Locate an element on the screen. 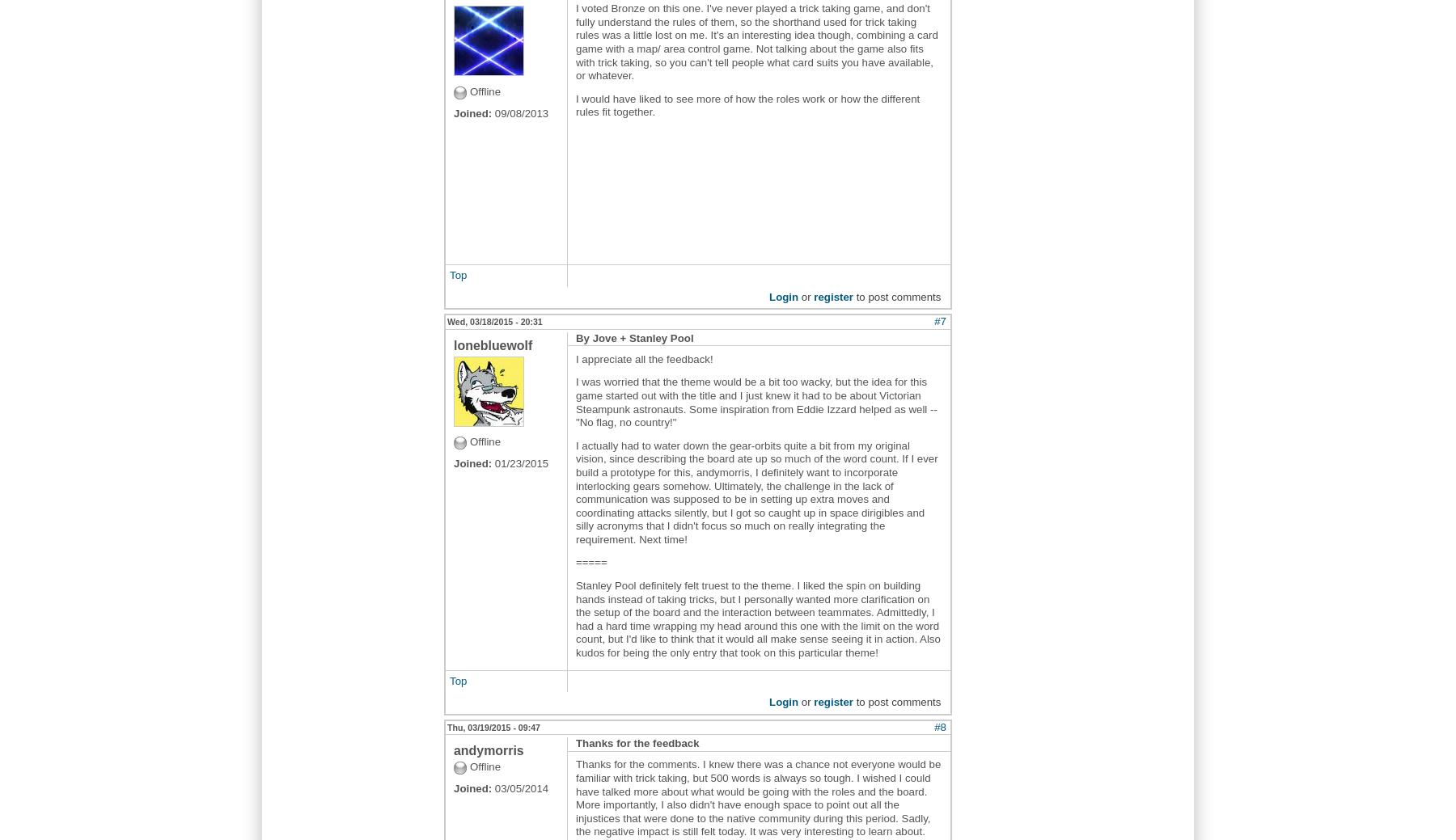 The width and height of the screenshot is (1456, 840). 'I was worried that the theme would be a bit too wacky, but the idea for this game started out with the title and I just knew it had to be about Victorian Steampunk astronauts. Some inspiration from Eddie Izzard helped as well -- "No flag, no country!"' is located at coordinates (755, 401).